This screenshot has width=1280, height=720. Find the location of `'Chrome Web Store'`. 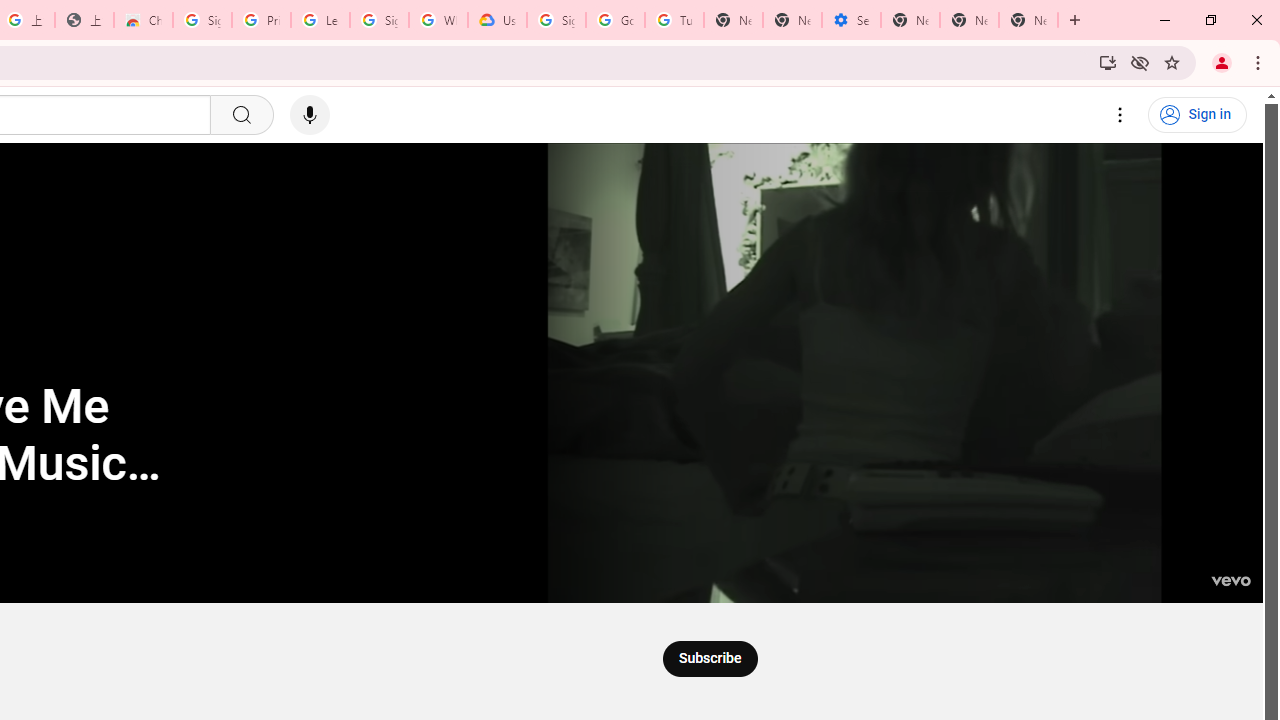

'Chrome Web Store' is located at coordinates (142, 20).